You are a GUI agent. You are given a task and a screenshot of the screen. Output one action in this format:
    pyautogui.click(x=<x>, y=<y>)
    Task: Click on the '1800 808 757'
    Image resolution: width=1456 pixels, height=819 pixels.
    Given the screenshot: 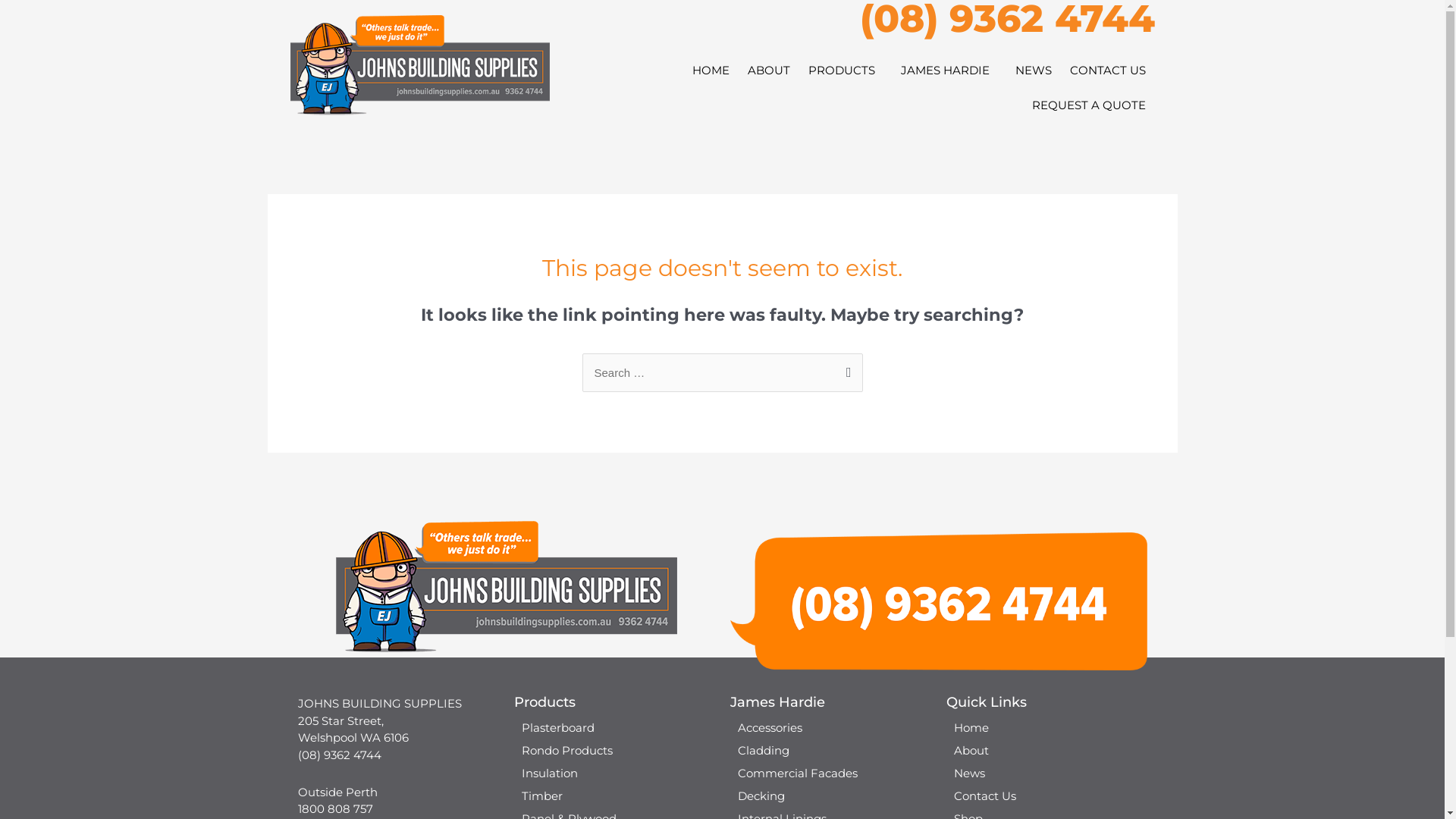 What is the action you would take?
    pyautogui.click(x=334, y=808)
    